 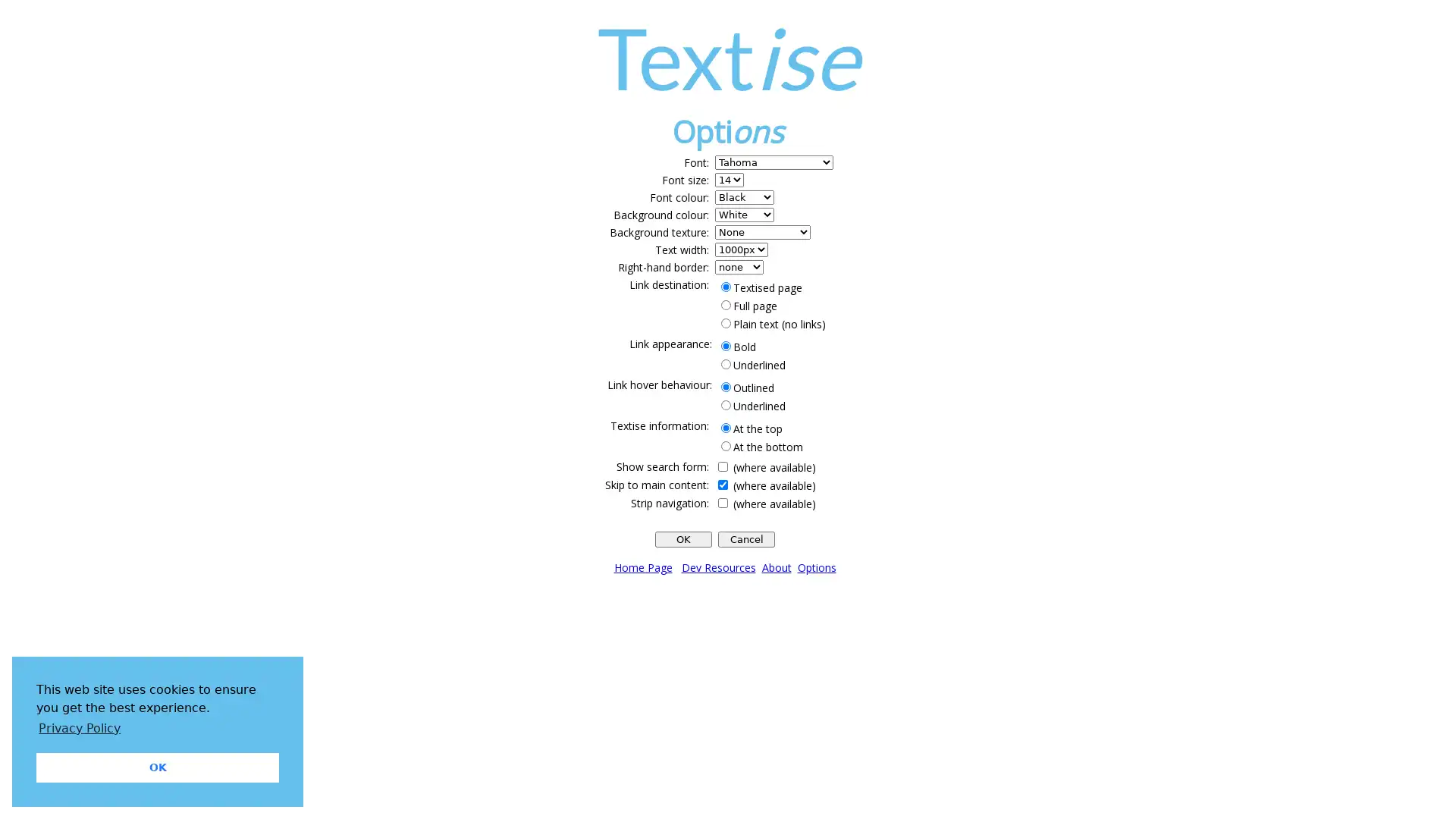 What do you see at coordinates (157, 767) in the screenshot?
I see `dismiss cookie message` at bounding box center [157, 767].